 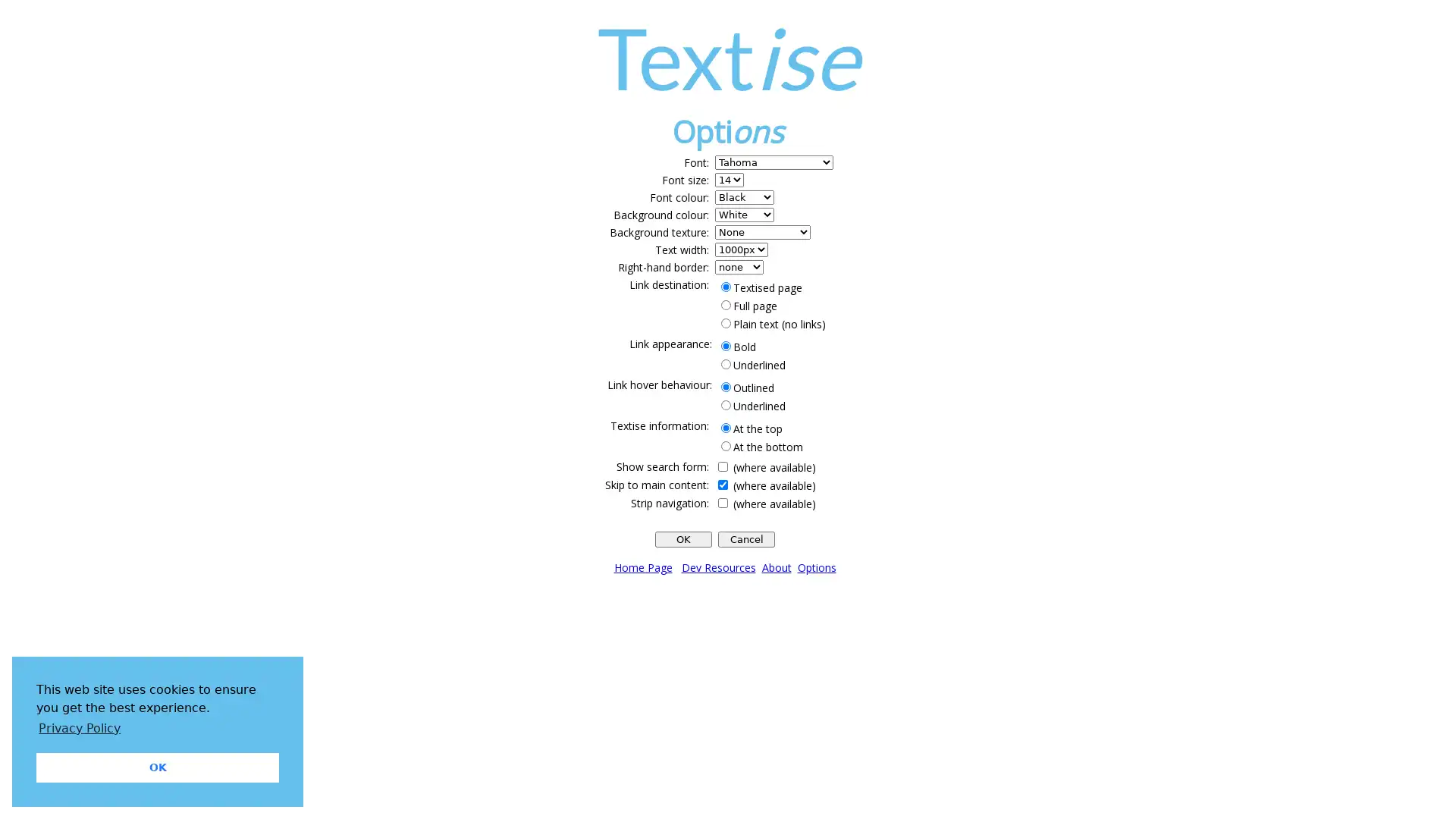 What do you see at coordinates (157, 767) in the screenshot?
I see `dismiss cookie message` at bounding box center [157, 767].